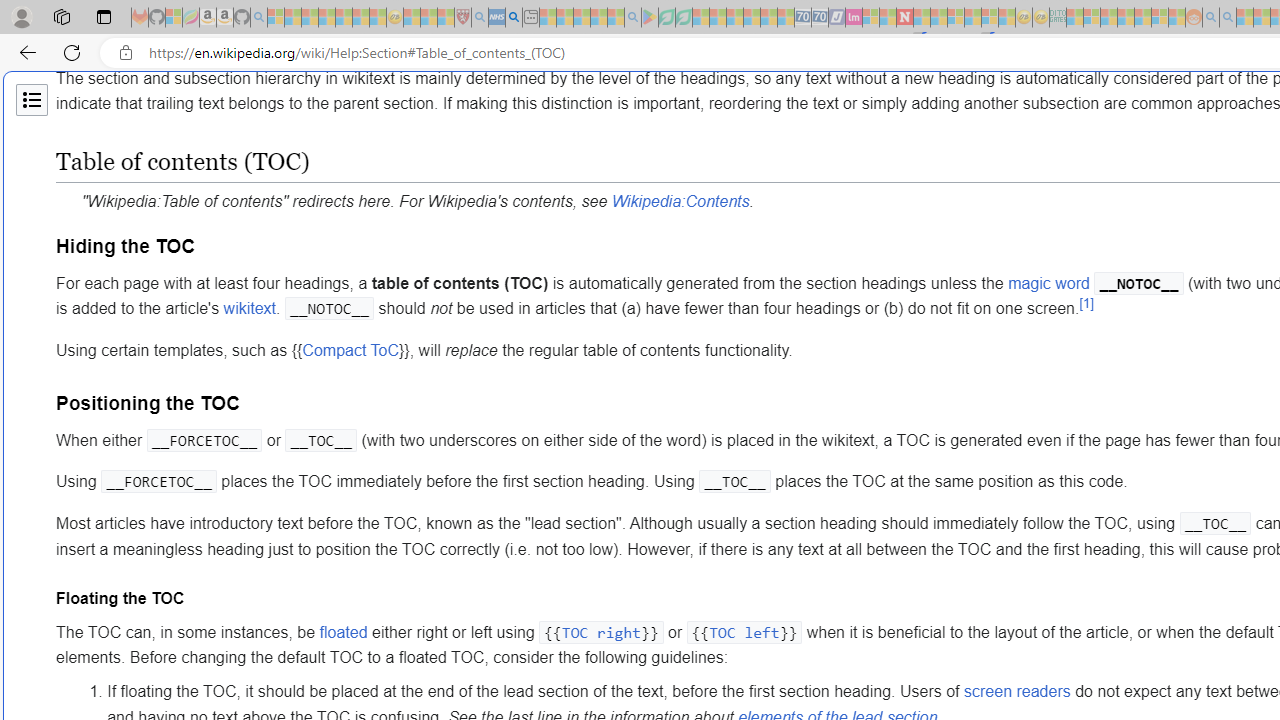 This screenshot has height=720, width=1280. I want to click on 'Local - MSN - Sleeping', so click(445, 17).